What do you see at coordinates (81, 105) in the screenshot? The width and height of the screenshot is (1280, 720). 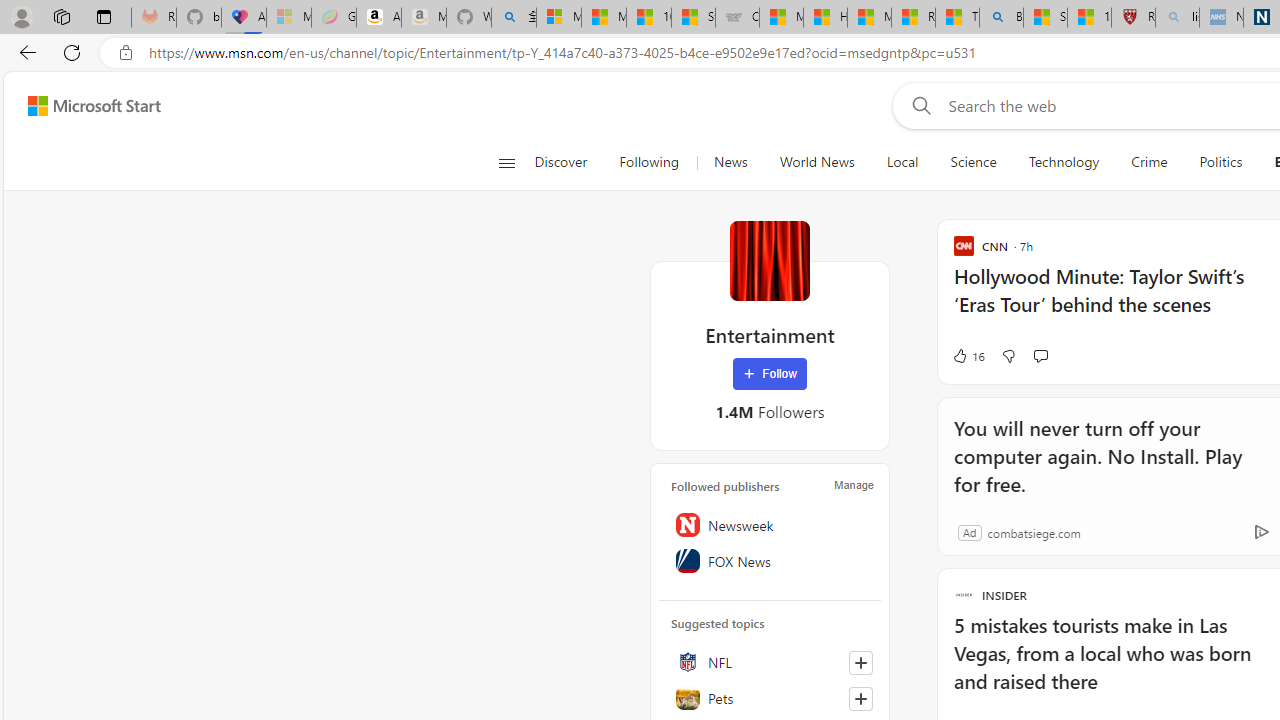 I see `'Skip to footer'` at bounding box center [81, 105].